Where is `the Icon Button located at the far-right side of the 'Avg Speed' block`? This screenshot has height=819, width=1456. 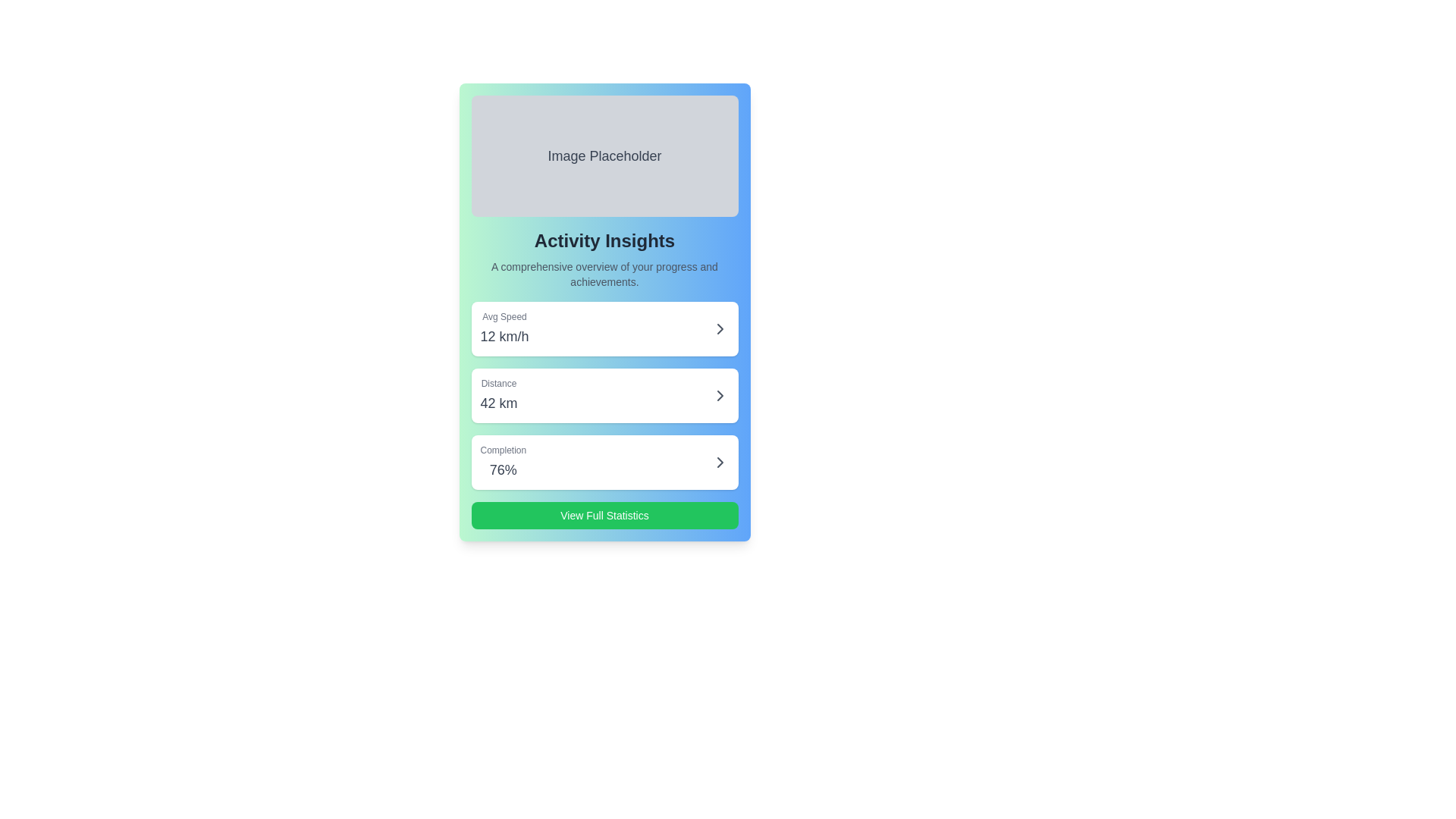 the Icon Button located at the far-right side of the 'Avg Speed' block is located at coordinates (719, 328).